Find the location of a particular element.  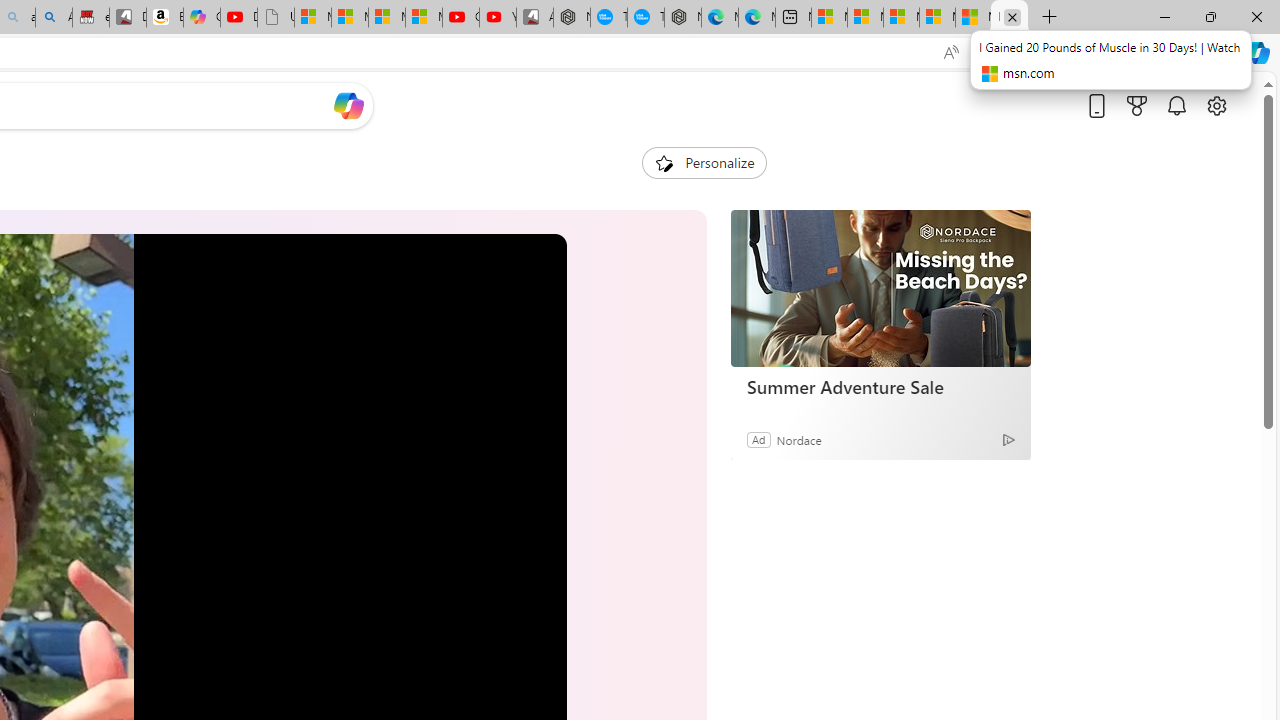

'Microsoft Start' is located at coordinates (973, 17).